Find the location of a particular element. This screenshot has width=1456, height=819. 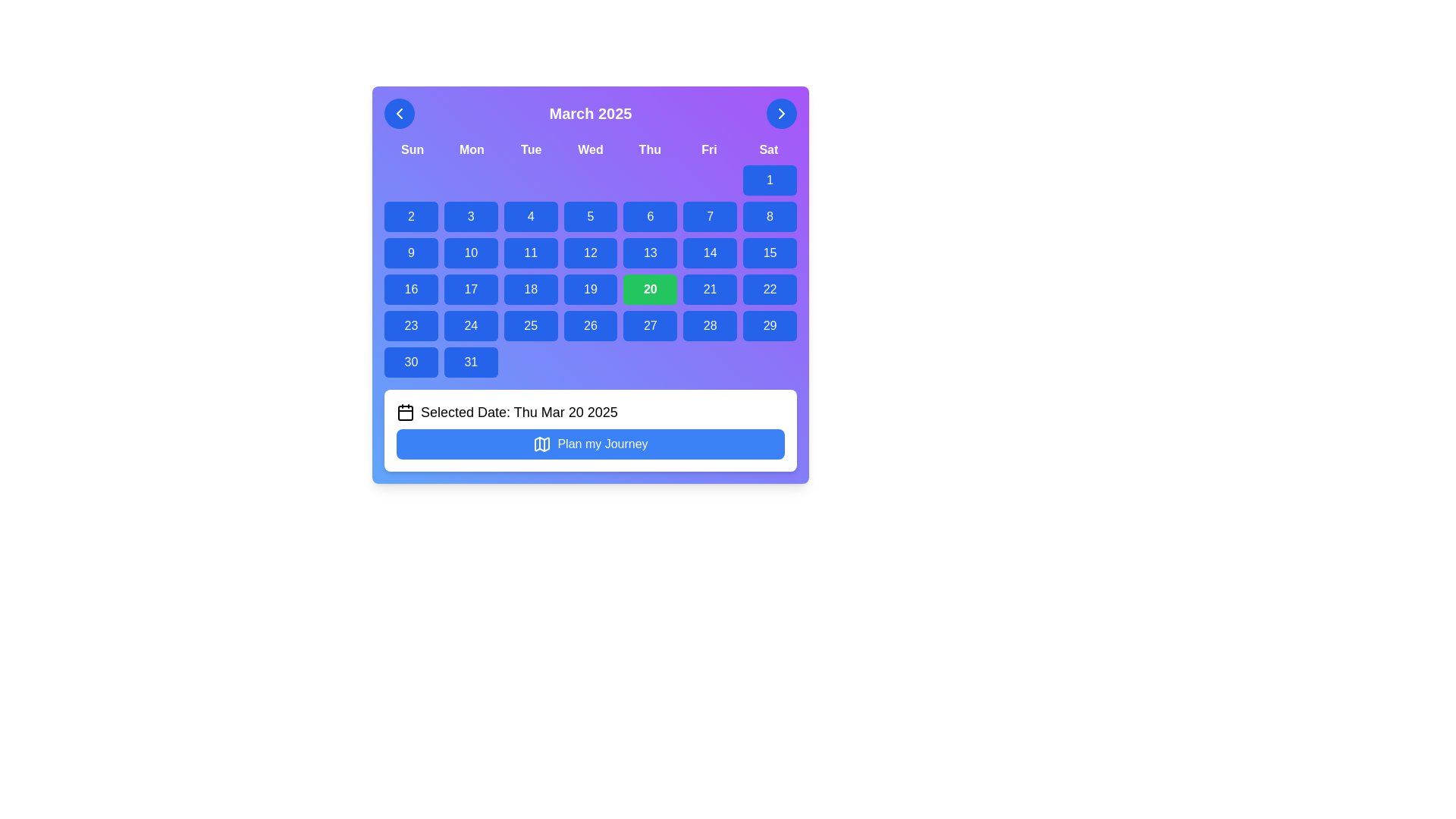

the button displaying the number '26' in the center, which has a bold blue background and is part of a calendar grid layout is located at coordinates (589, 325).